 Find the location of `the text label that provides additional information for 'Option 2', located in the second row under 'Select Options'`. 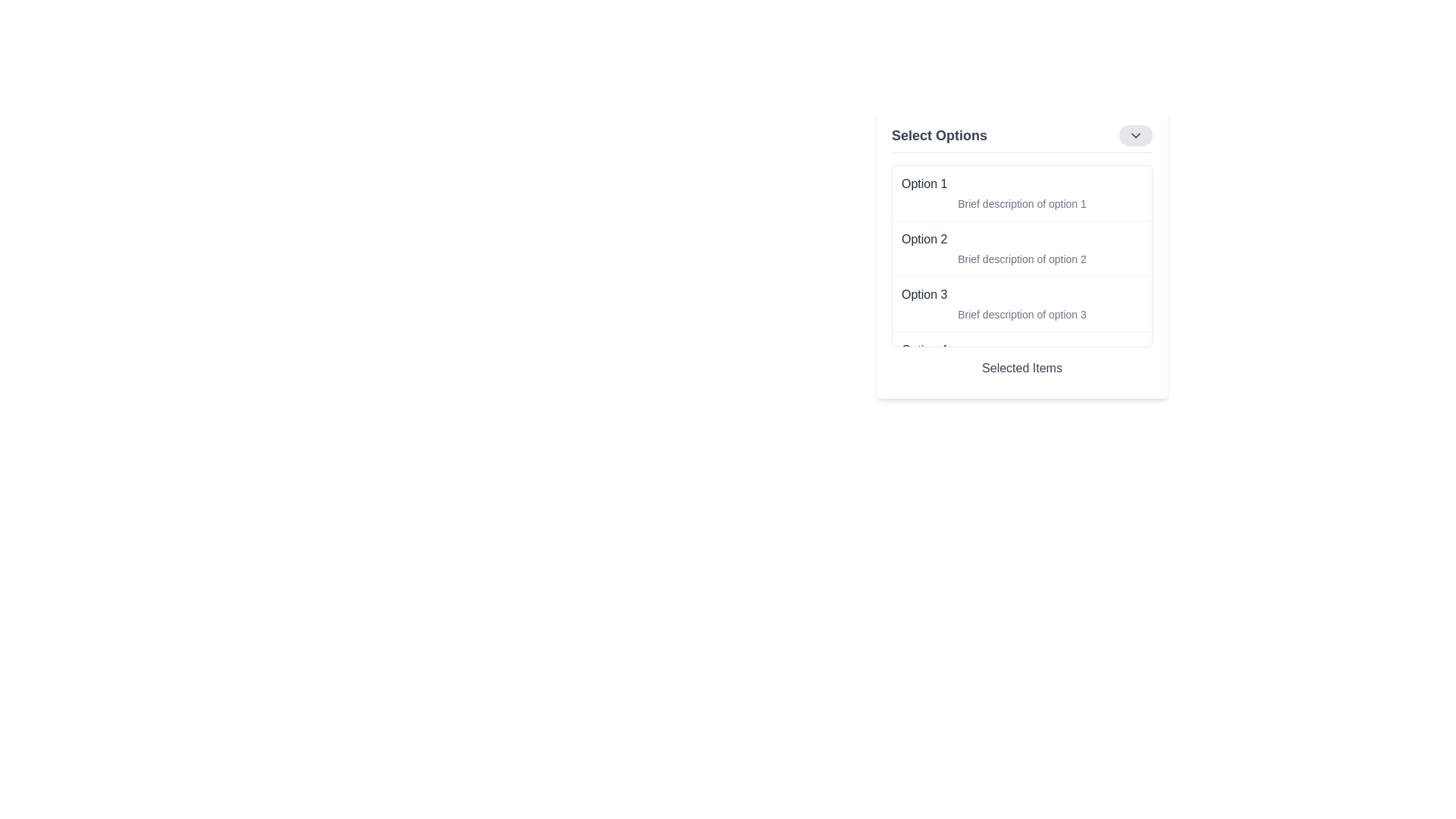

the text label that provides additional information for 'Option 2', located in the second row under 'Select Options' is located at coordinates (1022, 259).